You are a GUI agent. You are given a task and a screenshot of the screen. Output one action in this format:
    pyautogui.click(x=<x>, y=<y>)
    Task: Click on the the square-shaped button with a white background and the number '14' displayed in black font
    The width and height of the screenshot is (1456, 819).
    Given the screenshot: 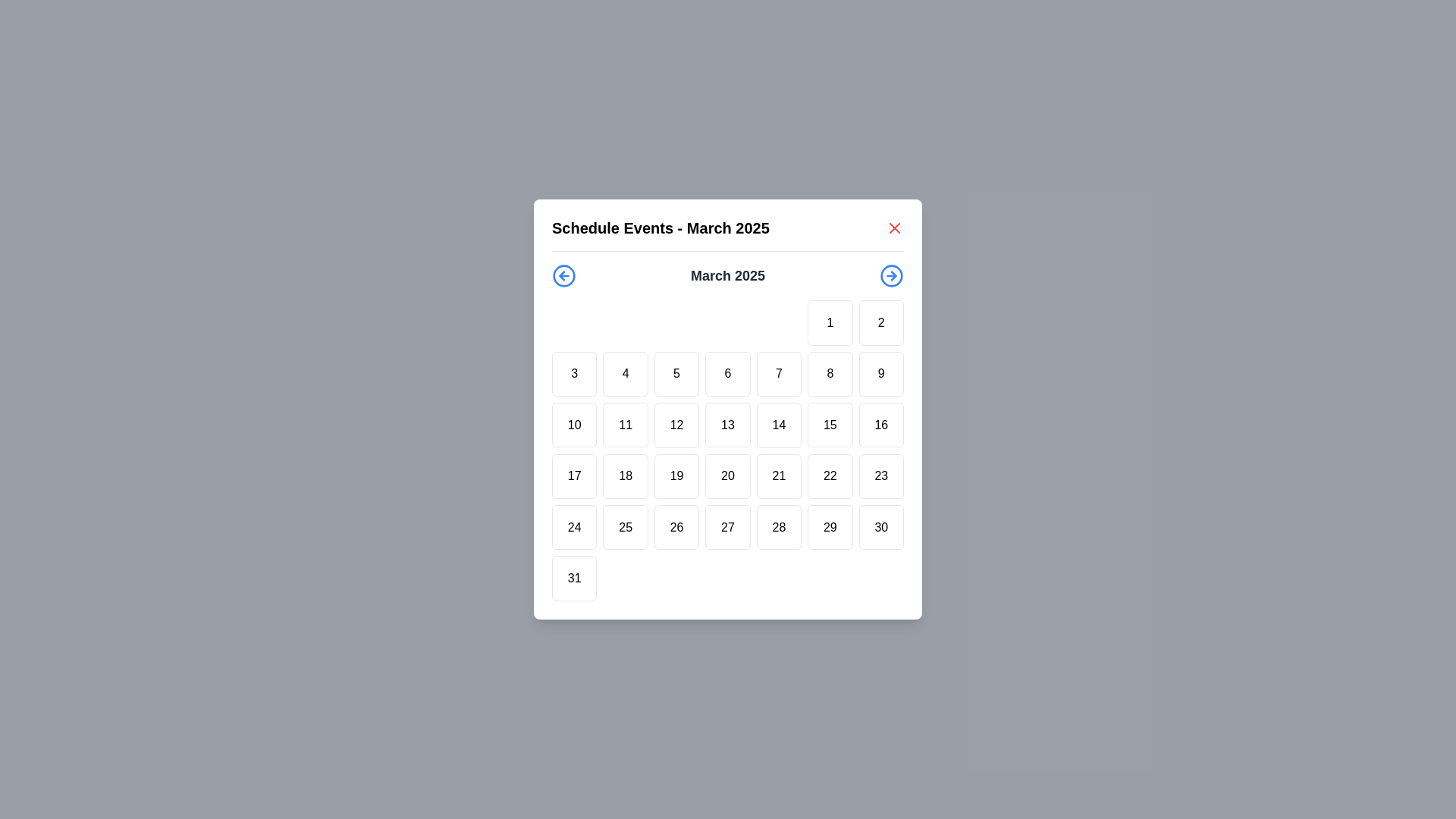 What is the action you would take?
    pyautogui.click(x=779, y=425)
    